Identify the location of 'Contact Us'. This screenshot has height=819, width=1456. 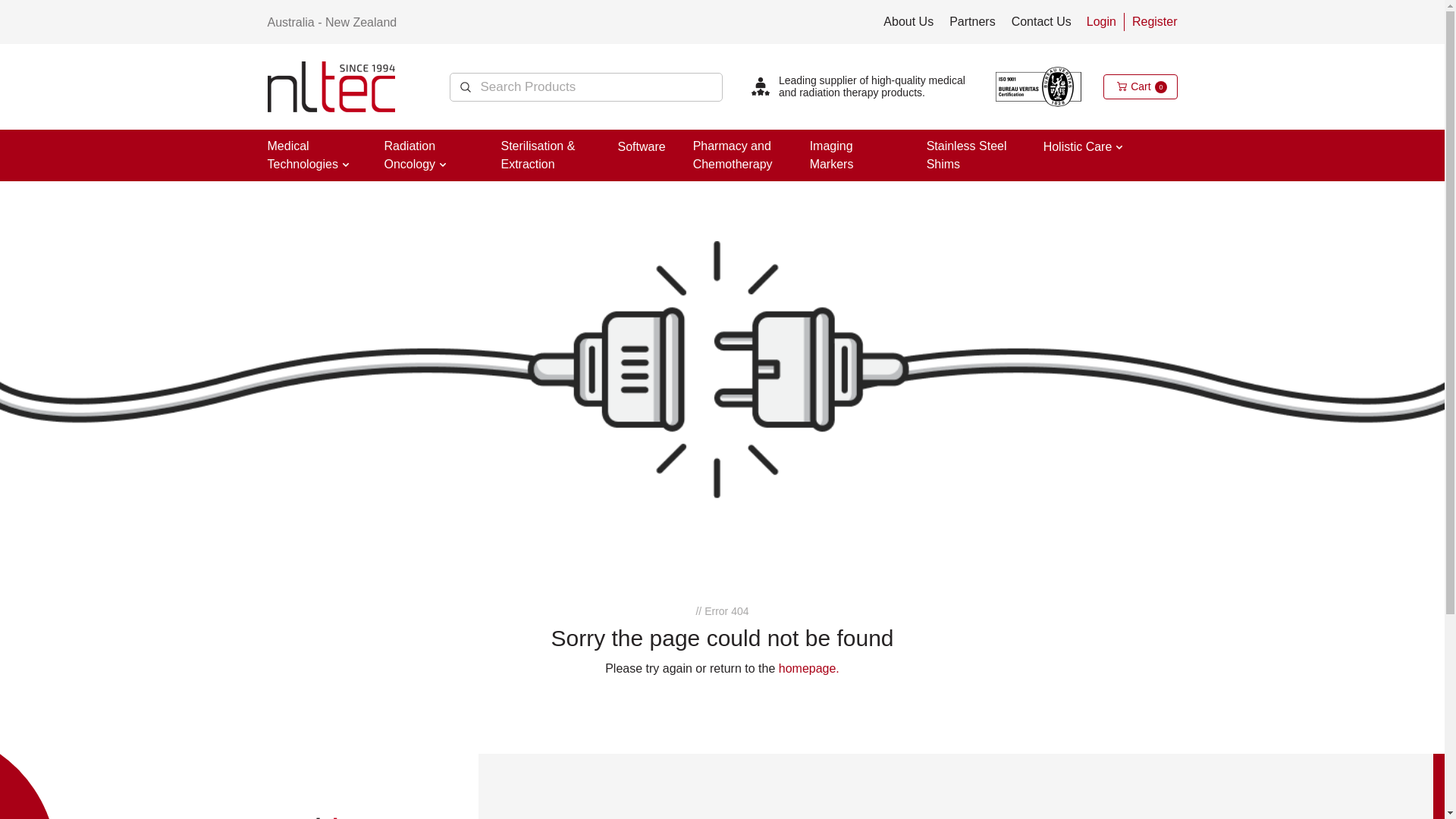
(1040, 21).